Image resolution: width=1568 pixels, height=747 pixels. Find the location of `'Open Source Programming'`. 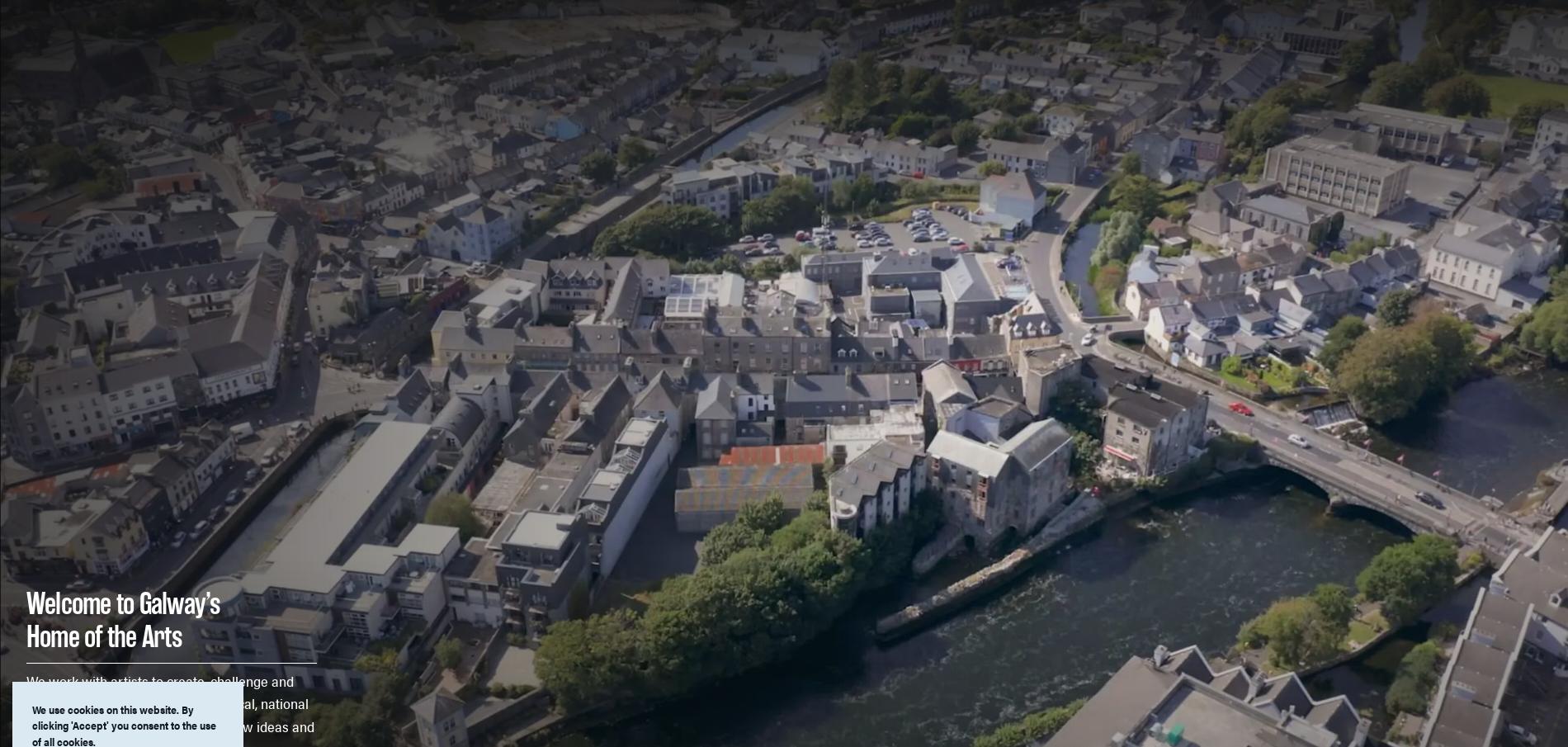

'Open Source Programming' is located at coordinates (1196, 100).